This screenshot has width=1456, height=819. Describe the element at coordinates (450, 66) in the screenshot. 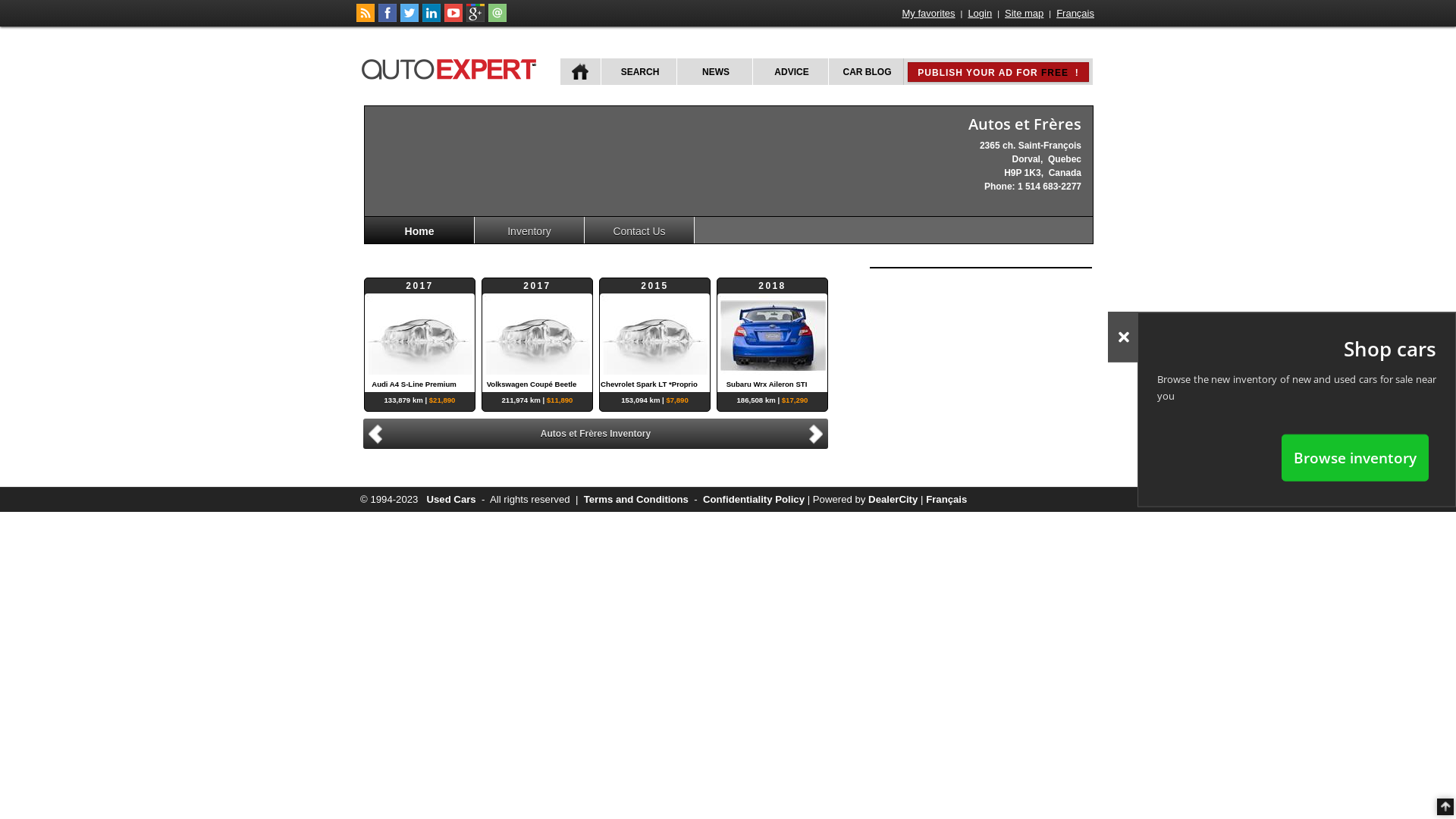

I see `'autoExpert.ca'` at that location.